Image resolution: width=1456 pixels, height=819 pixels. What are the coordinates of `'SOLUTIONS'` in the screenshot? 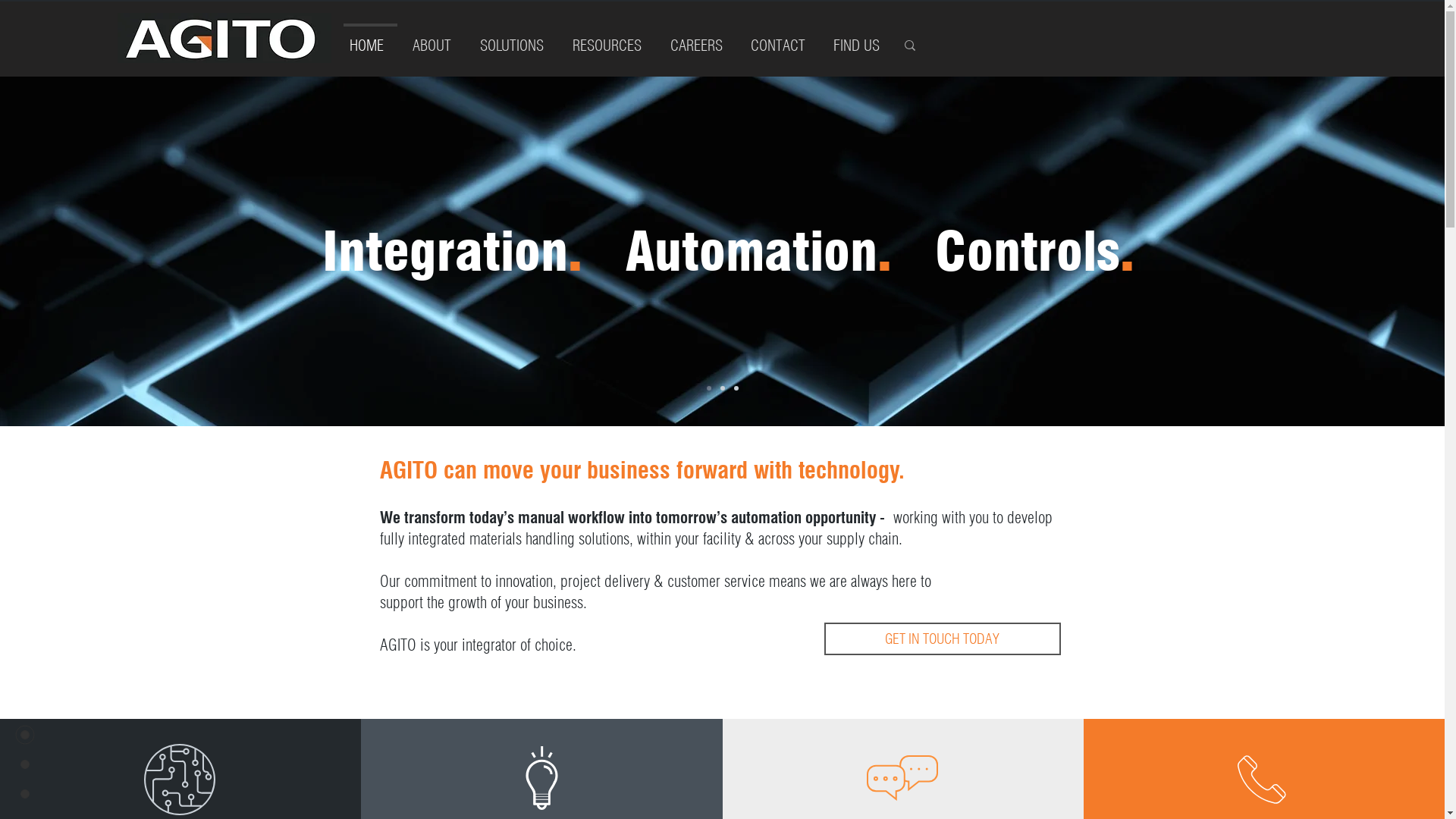 It's located at (516, 37).